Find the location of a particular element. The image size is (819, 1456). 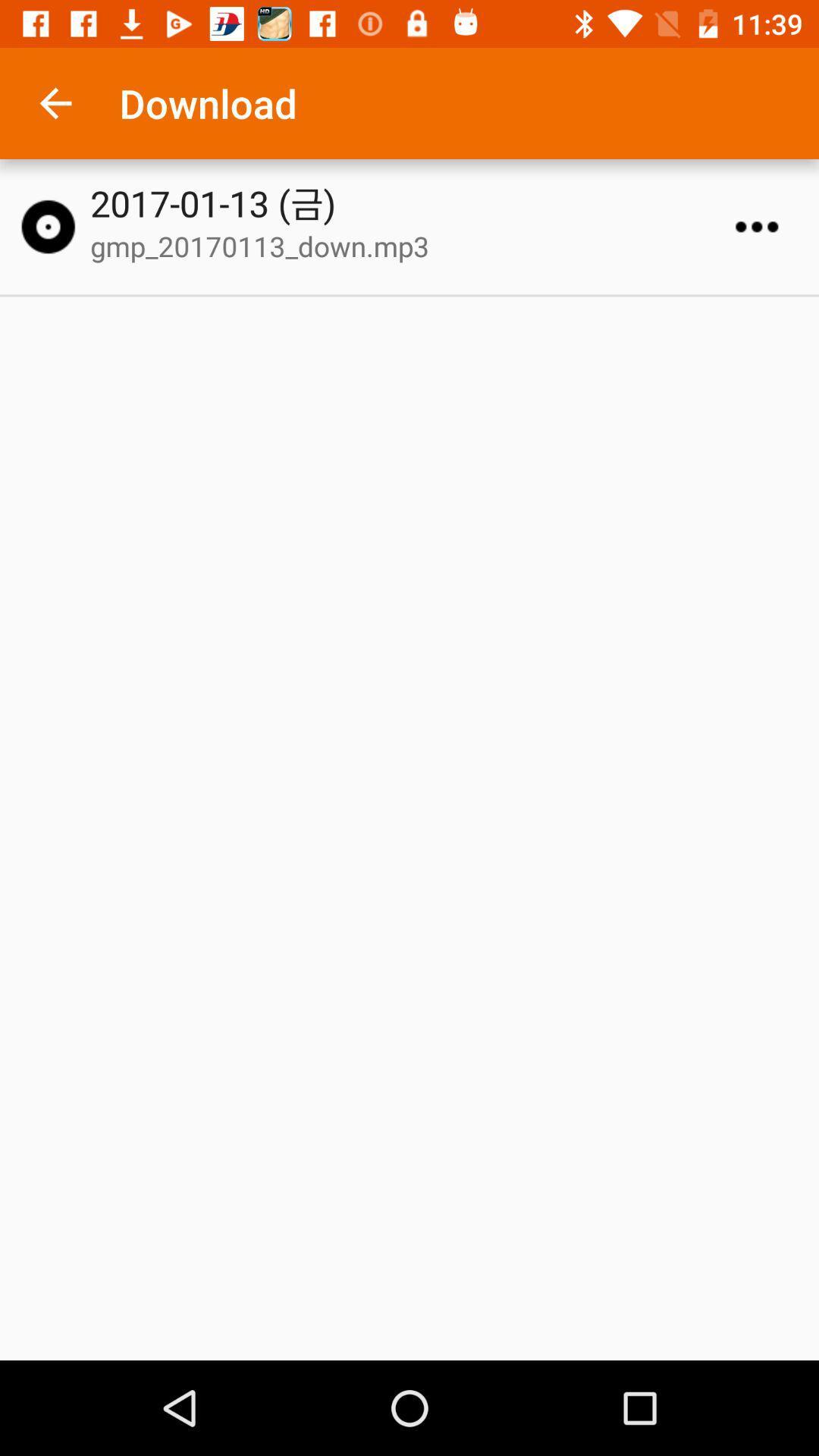

the item to the left of download is located at coordinates (55, 102).